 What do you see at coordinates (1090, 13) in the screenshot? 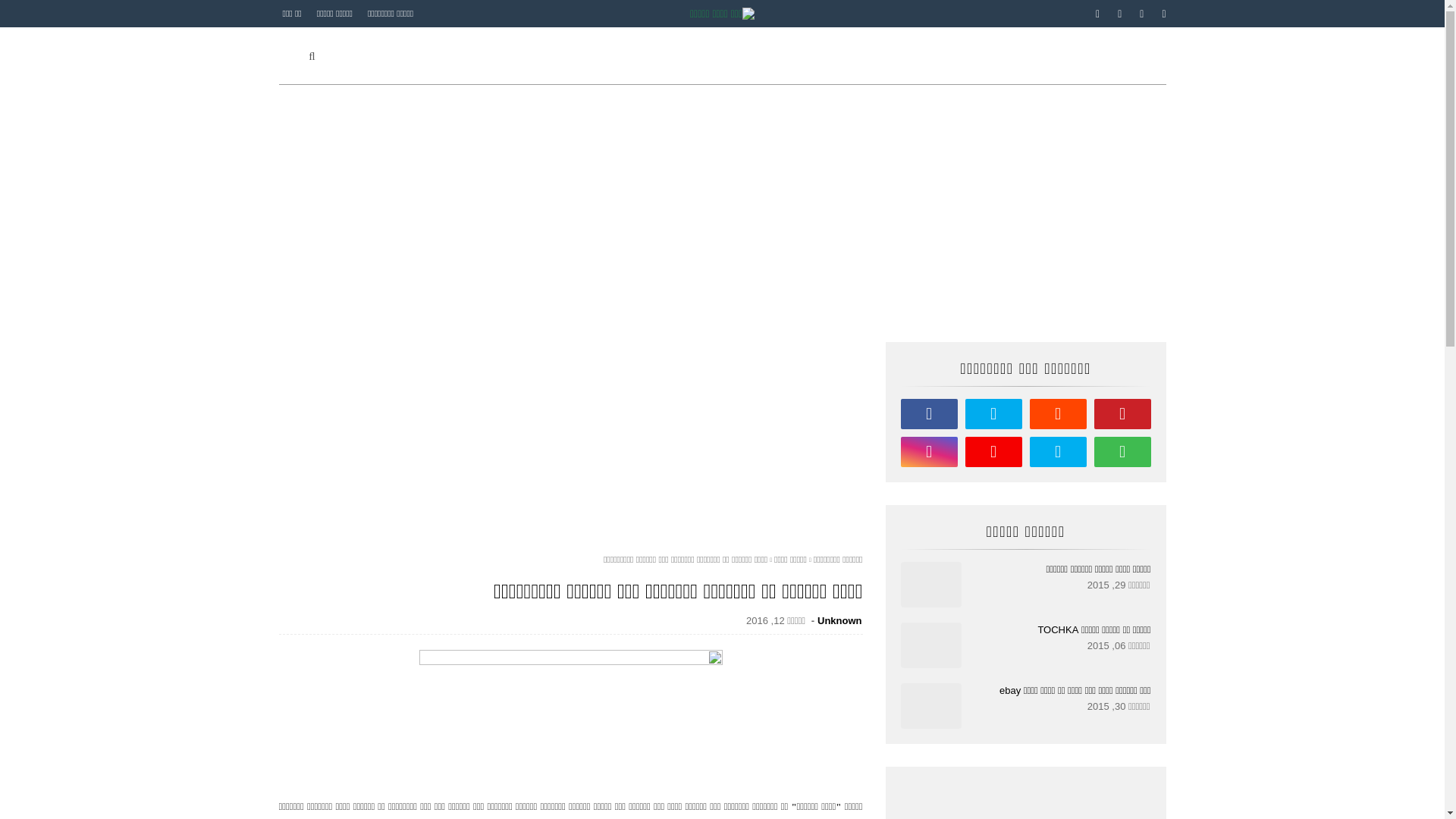
I see `'facebook'` at bounding box center [1090, 13].